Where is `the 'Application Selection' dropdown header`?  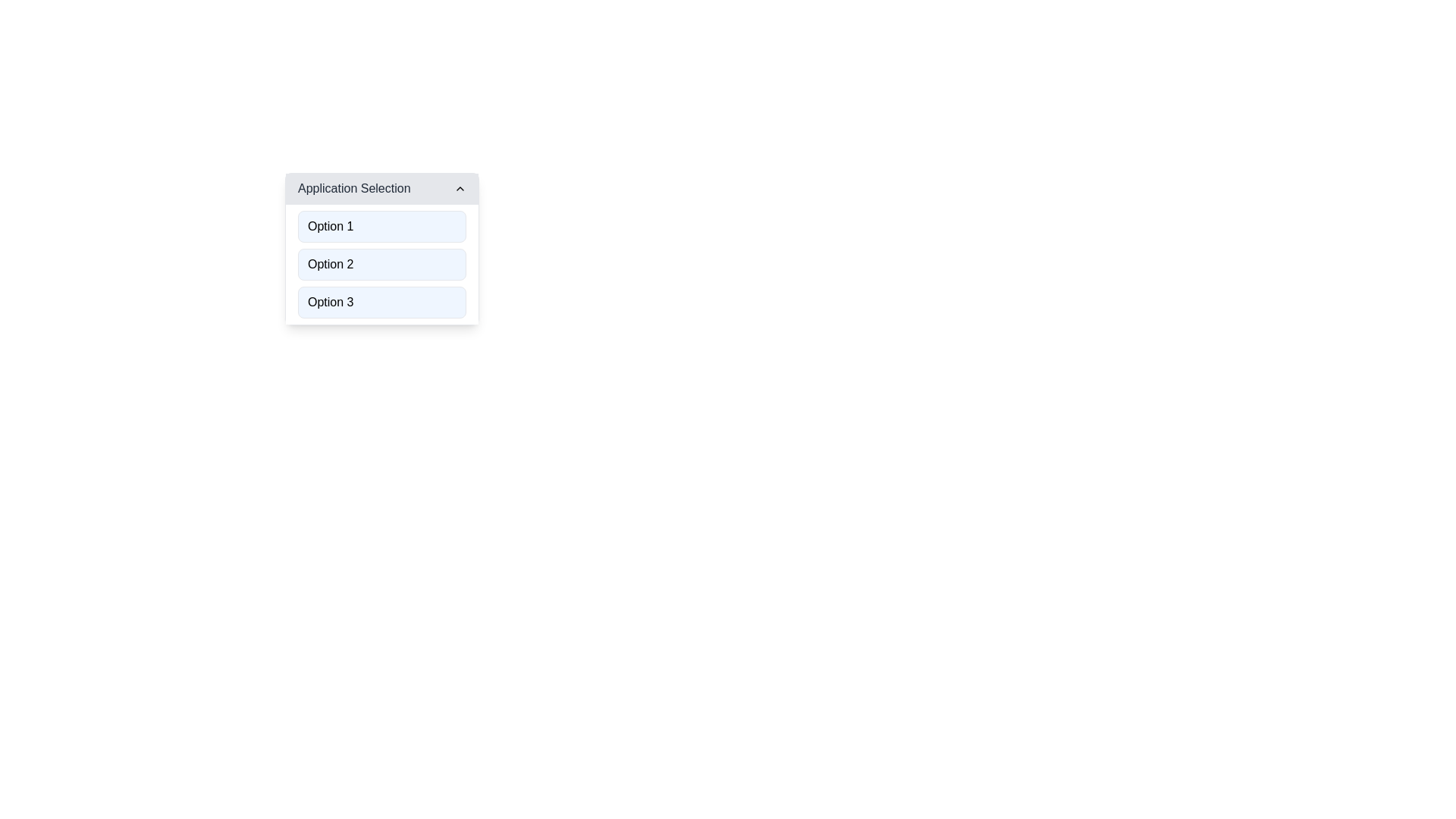 the 'Application Selection' dropdown header is located at coordinates (382, 188).